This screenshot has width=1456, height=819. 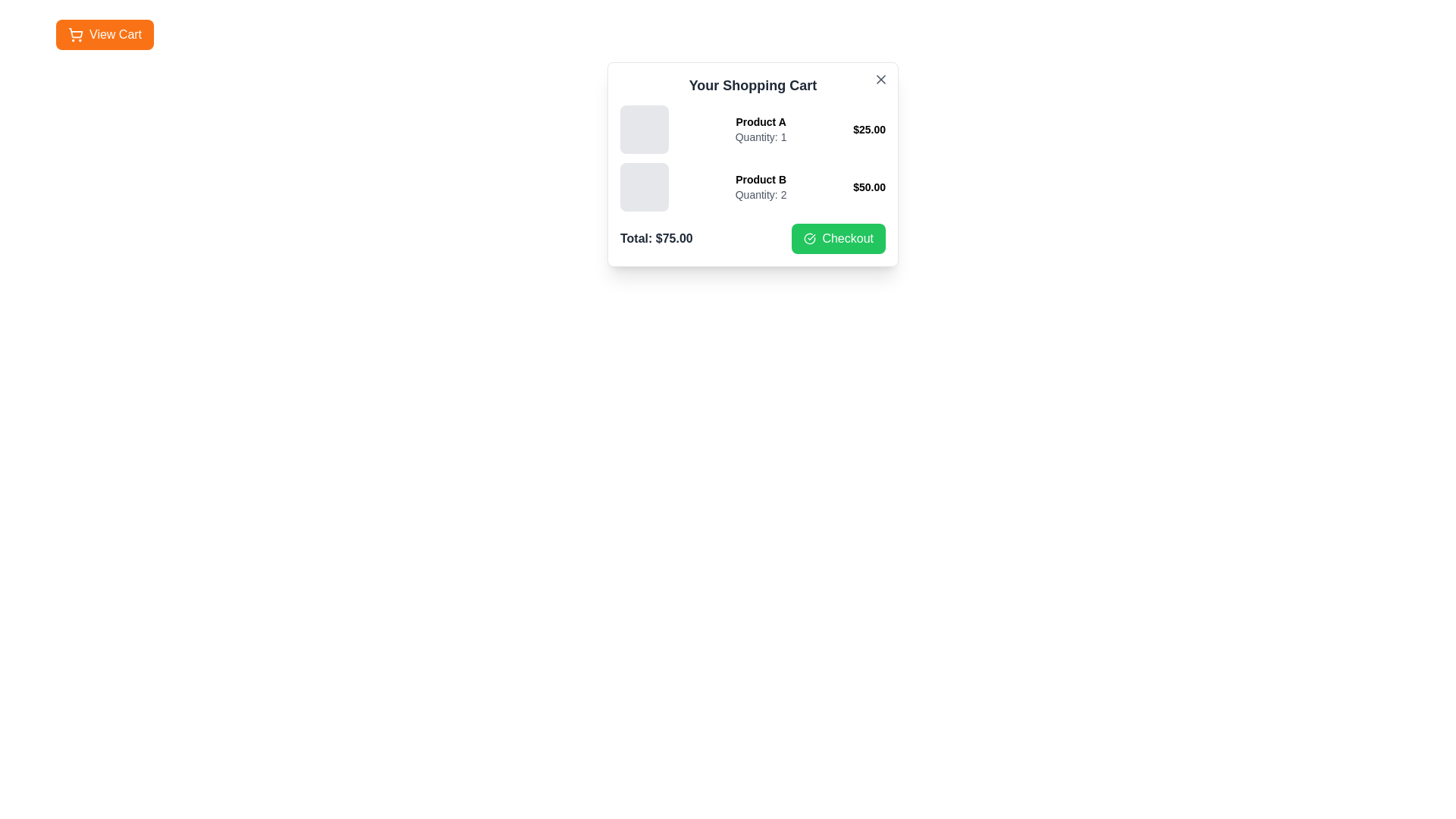 What do you see at coordinates (753, 186) in the screenshot?
I see `product details of 'Product B' displayed in the shopping cart, which is the second item in the list` at bounding box center [753, 186].